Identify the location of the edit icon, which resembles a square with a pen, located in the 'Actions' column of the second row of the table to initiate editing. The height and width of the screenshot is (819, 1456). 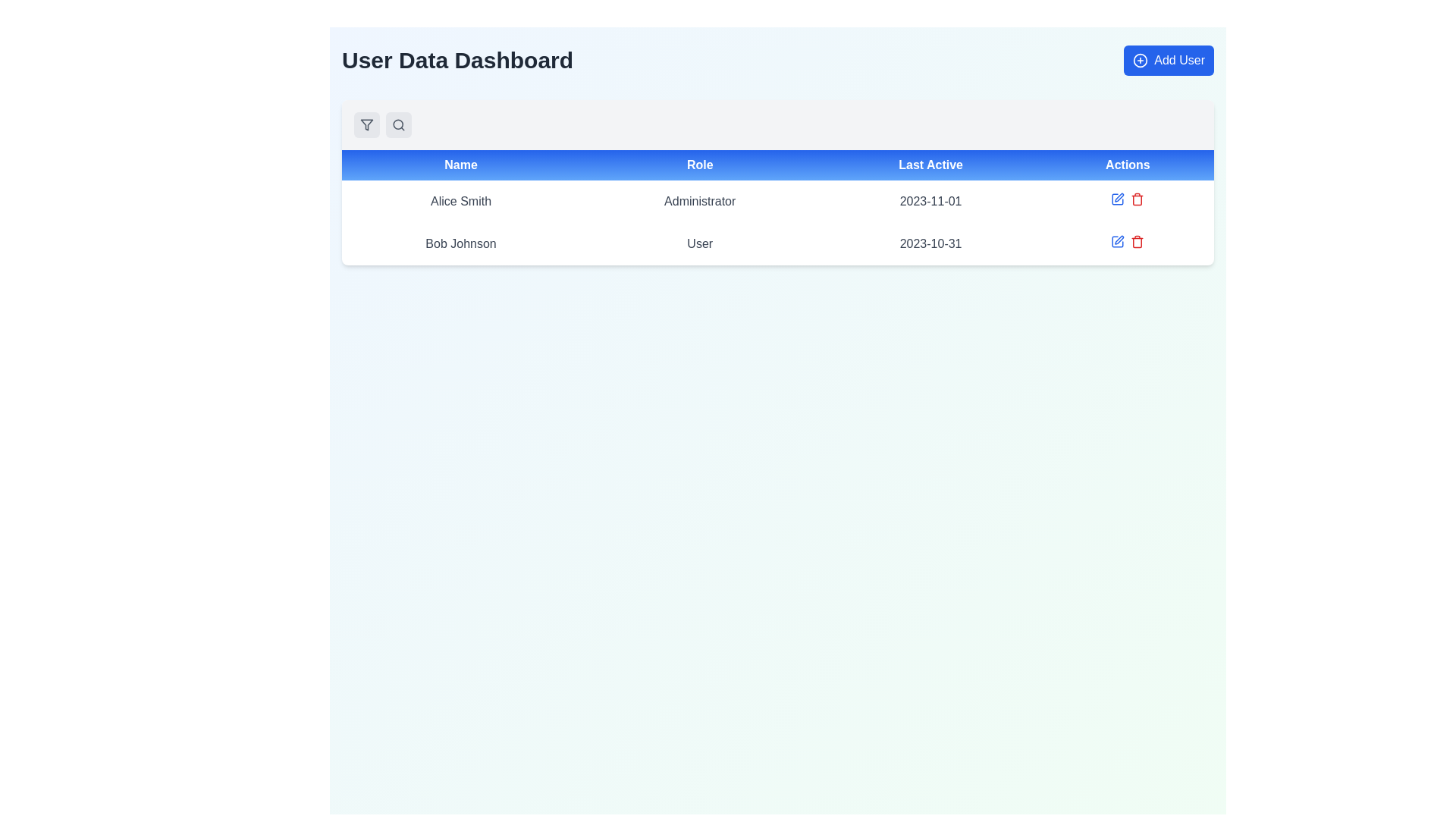
(1118, 241).